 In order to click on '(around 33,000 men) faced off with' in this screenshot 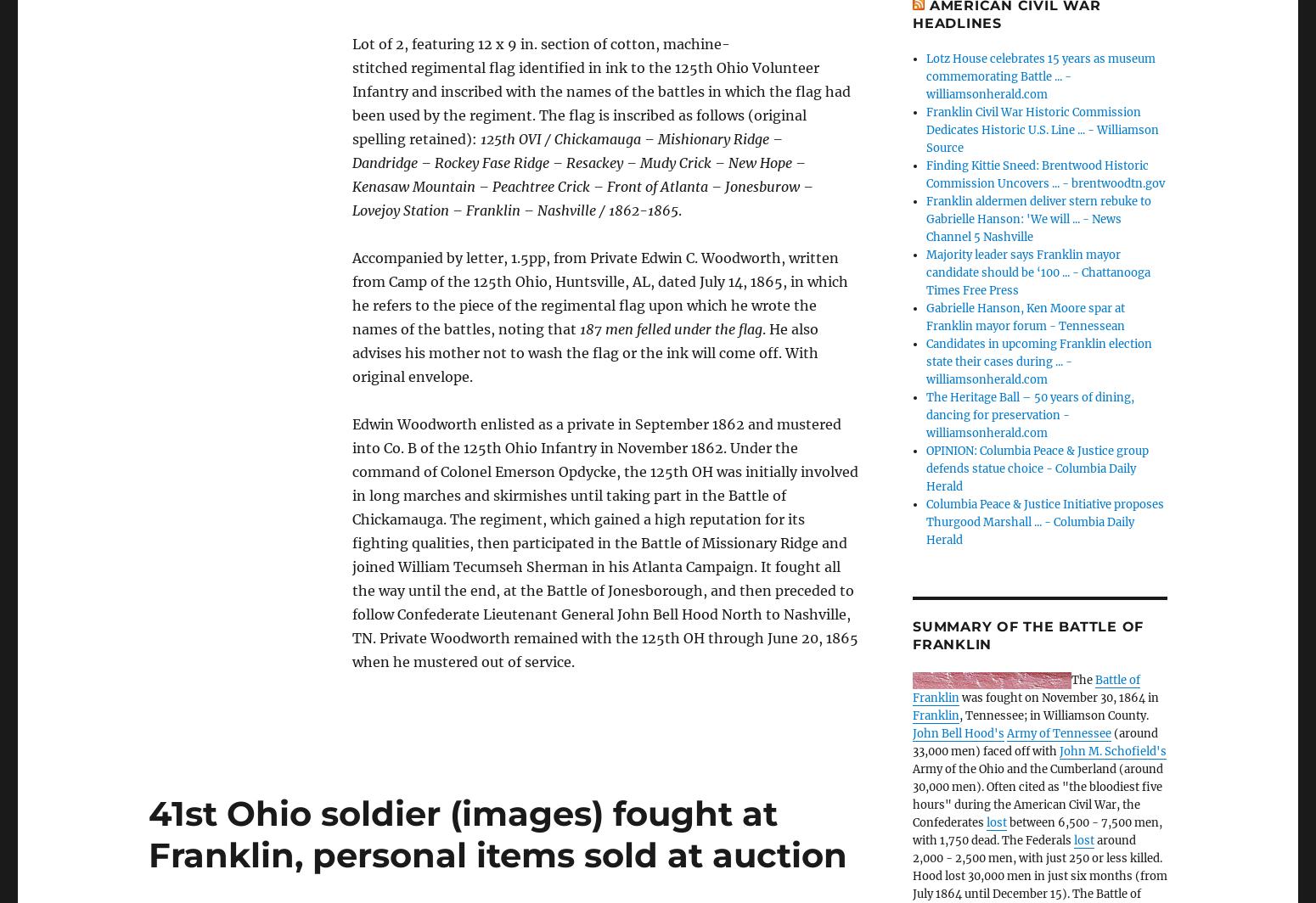, I will do `click(1035, 743)`.